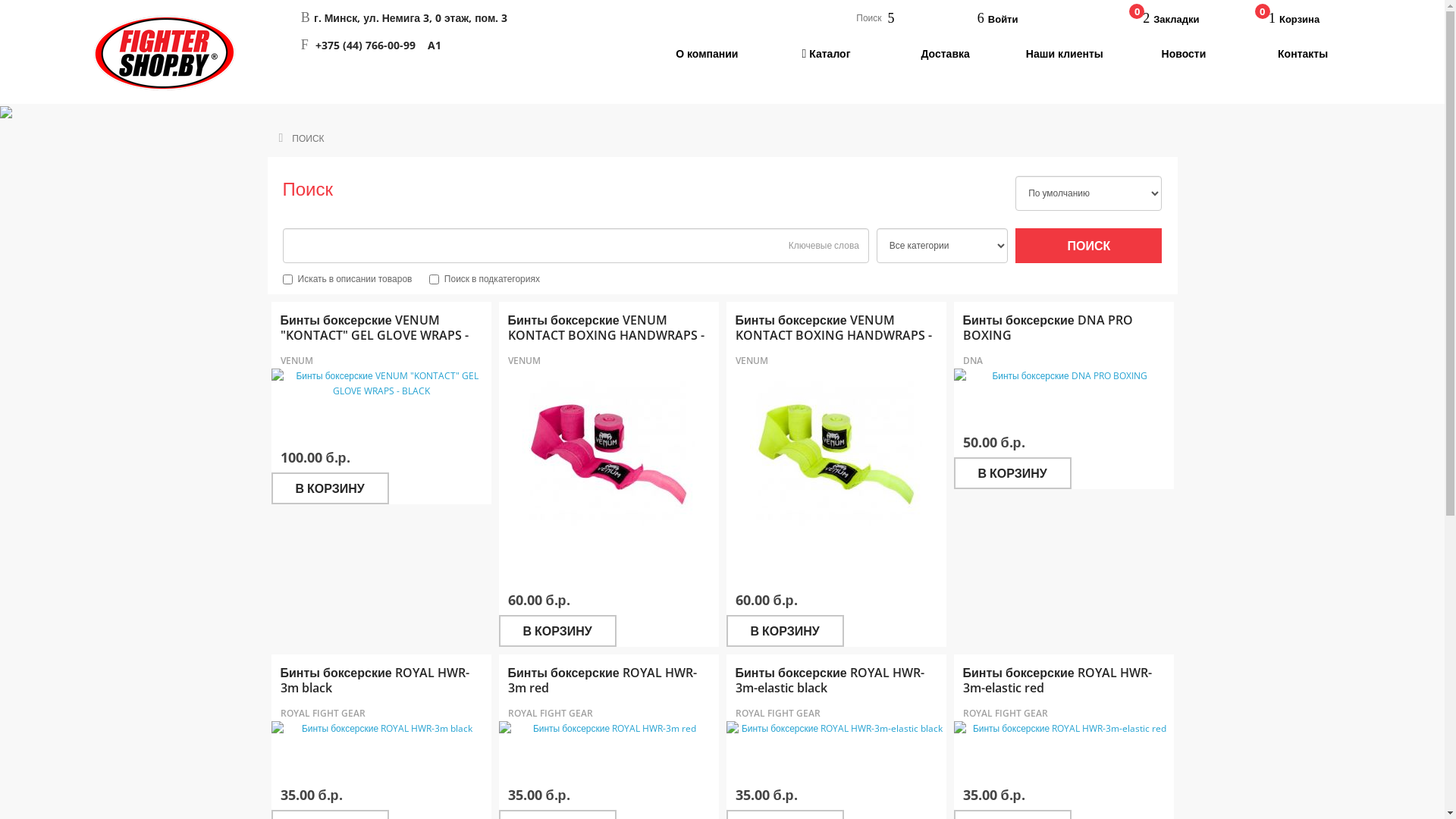 This screenshot has height=819, width=1456. Describe the element at coordinates (87, 52) in the screenshot. I see `'FIGHTERSHOP'` at that location.